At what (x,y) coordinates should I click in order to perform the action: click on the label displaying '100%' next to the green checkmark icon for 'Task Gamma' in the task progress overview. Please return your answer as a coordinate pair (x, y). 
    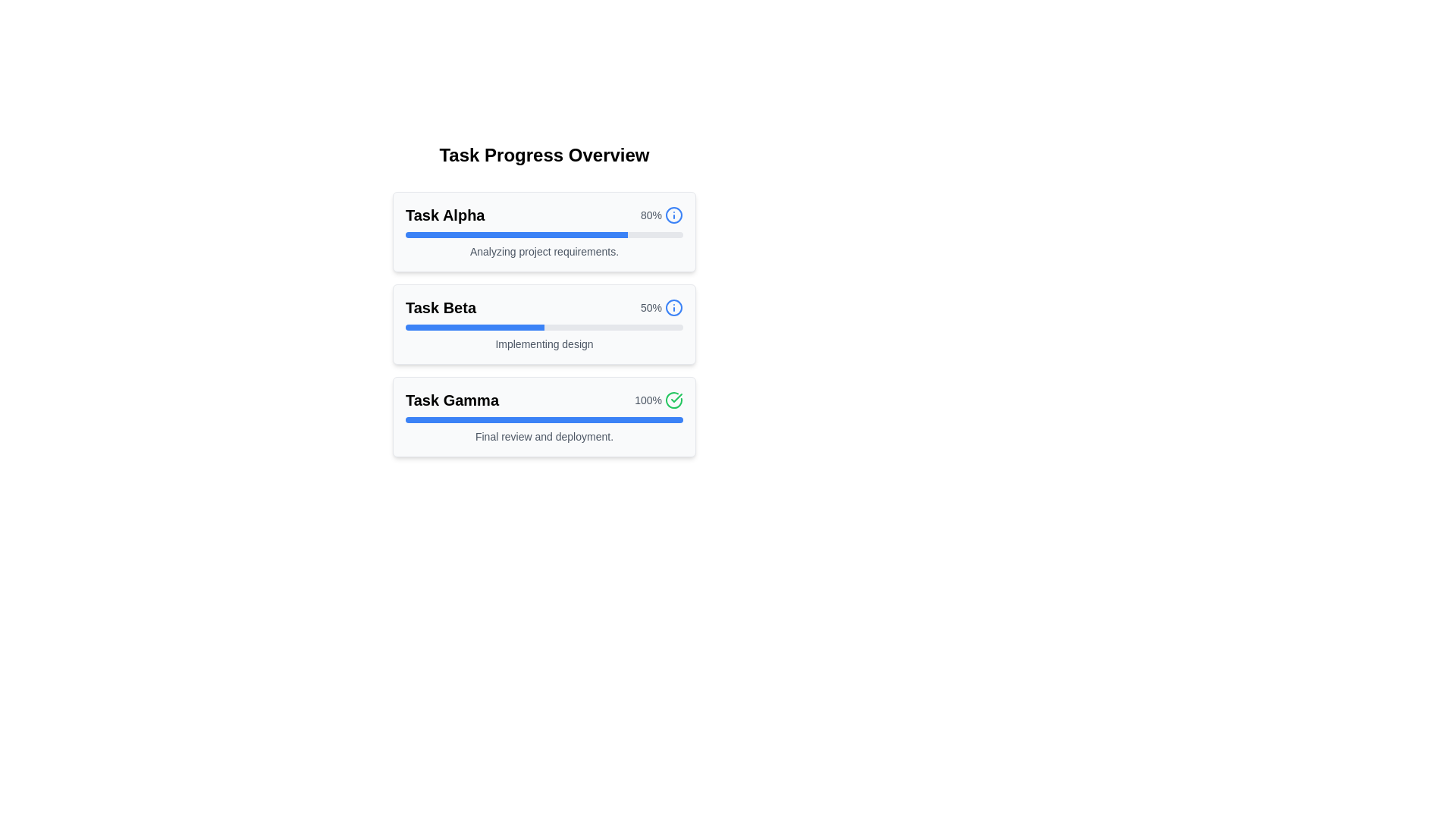
    Looking at the image, I should click on (648, 400).